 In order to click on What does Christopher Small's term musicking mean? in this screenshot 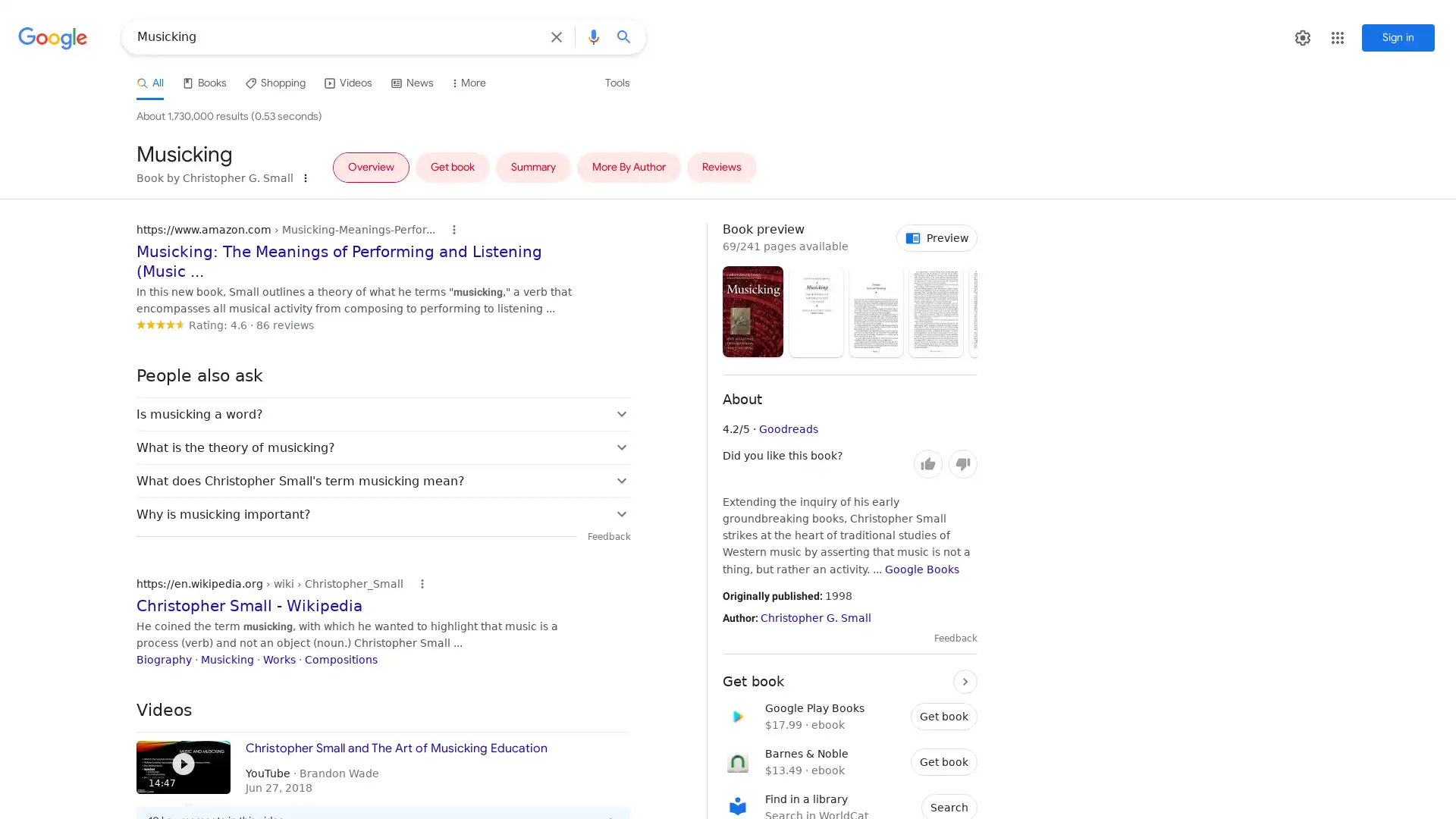, I will do `click(383, 480)`.